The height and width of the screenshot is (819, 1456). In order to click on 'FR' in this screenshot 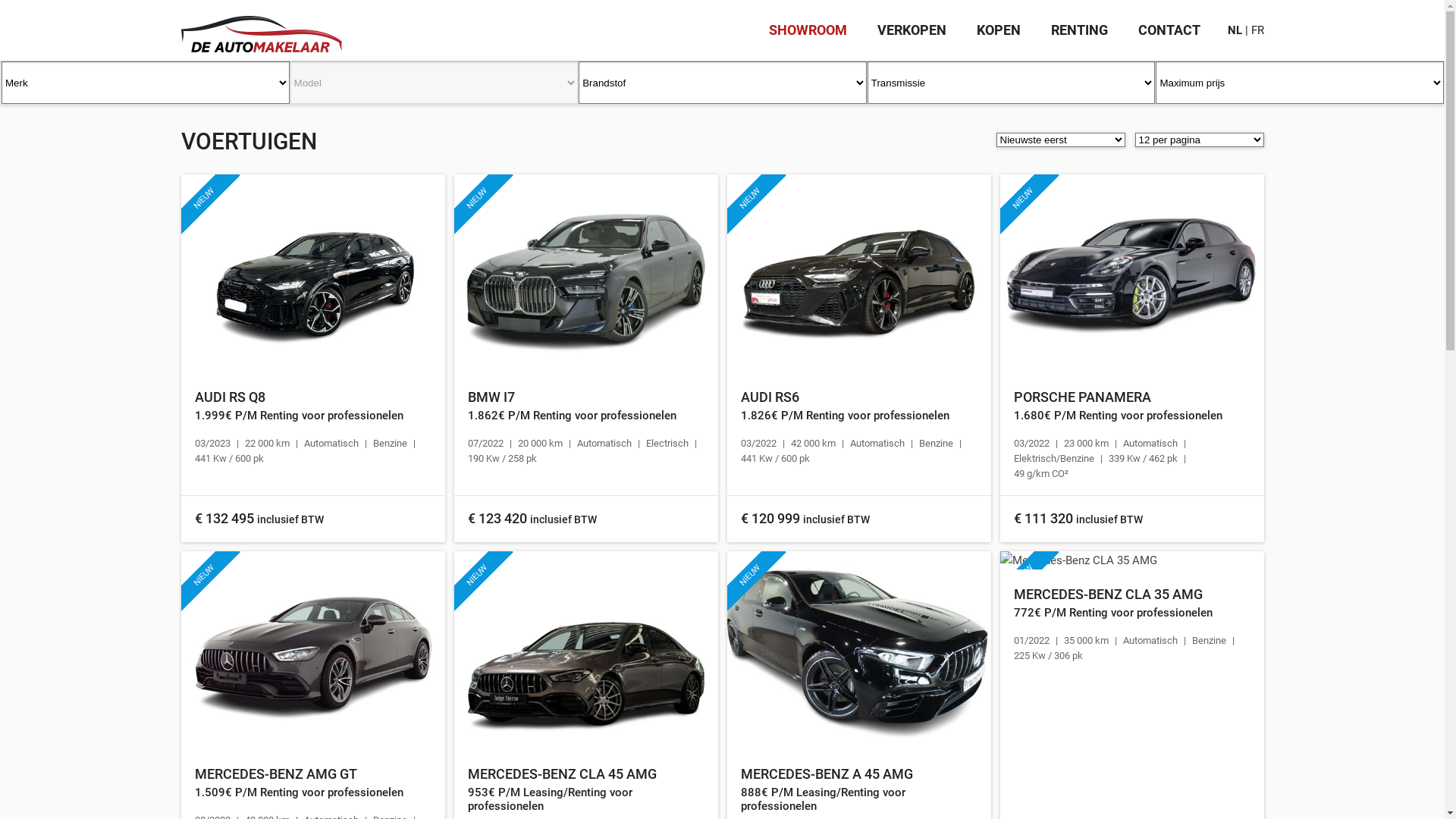, I will do `click(1257, 30)`.